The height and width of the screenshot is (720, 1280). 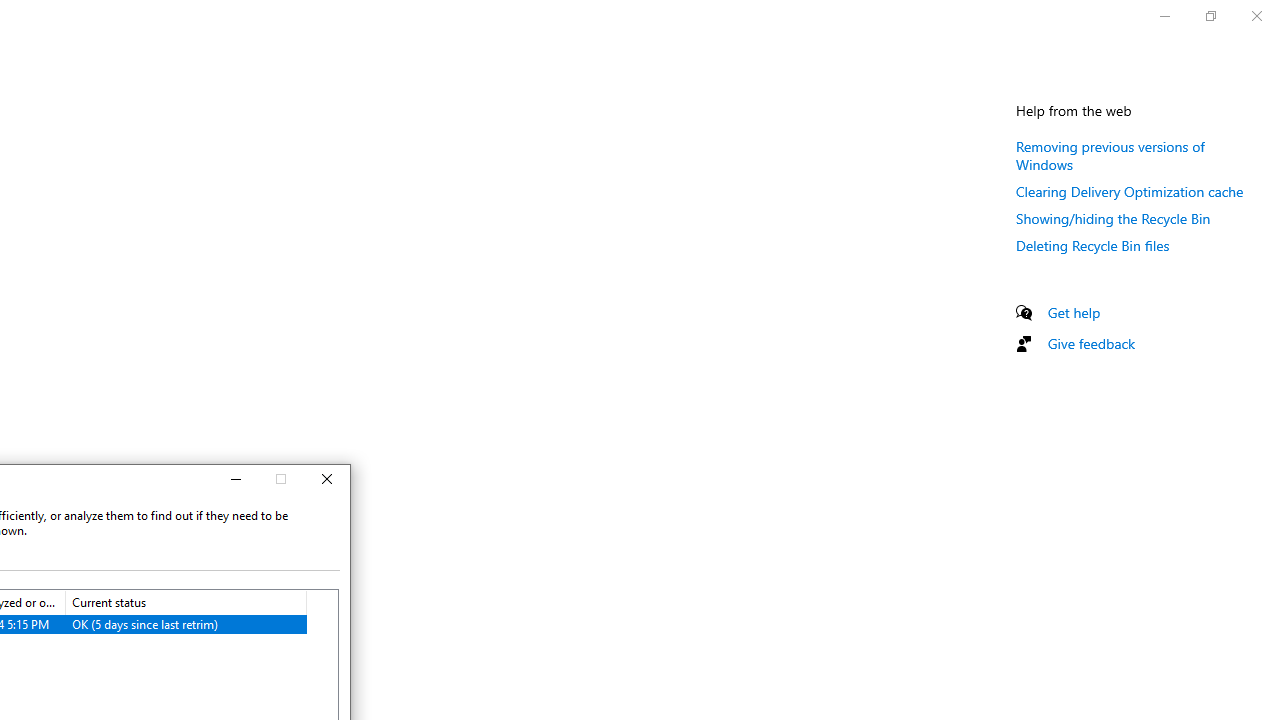 What do you see at coordinates (280, 480) in the screenshot?
I see `'Maximize'` at bounding box center [280, 480].